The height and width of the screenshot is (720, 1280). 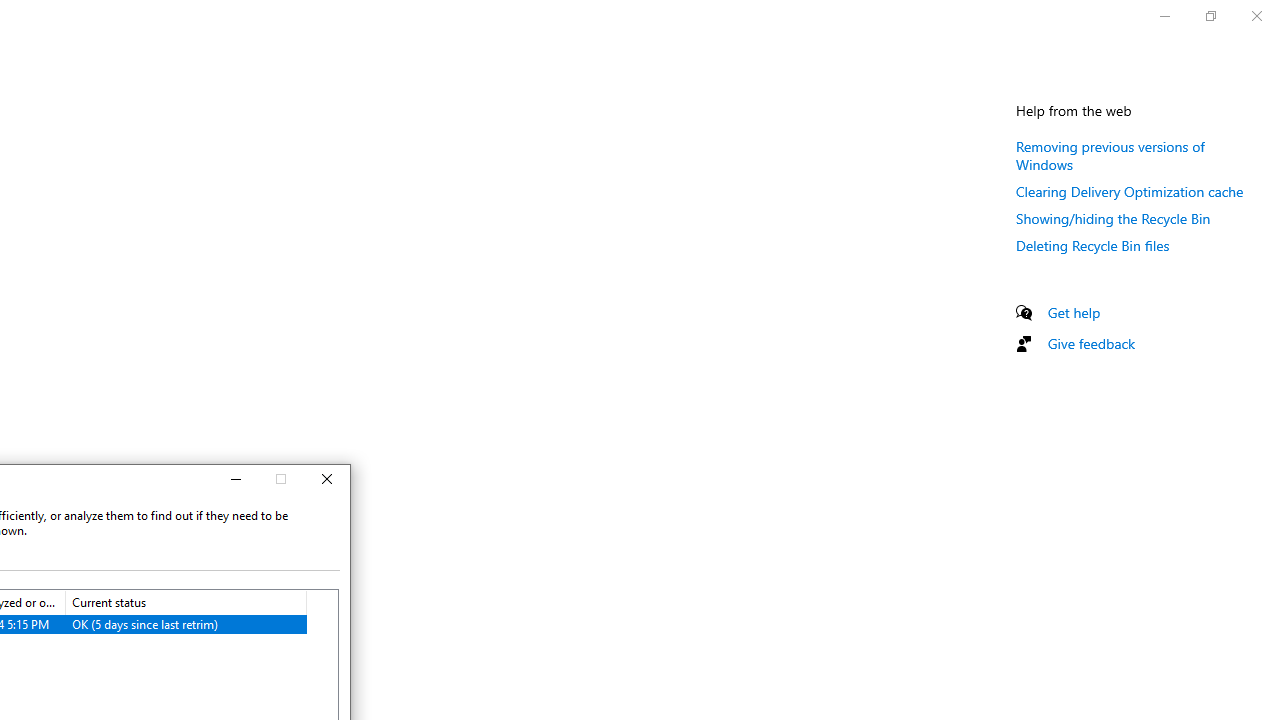 What do you see at coordinates (280, 480) in the screenshot?
I see `'Maximize'` at bounding box center [280, 480].